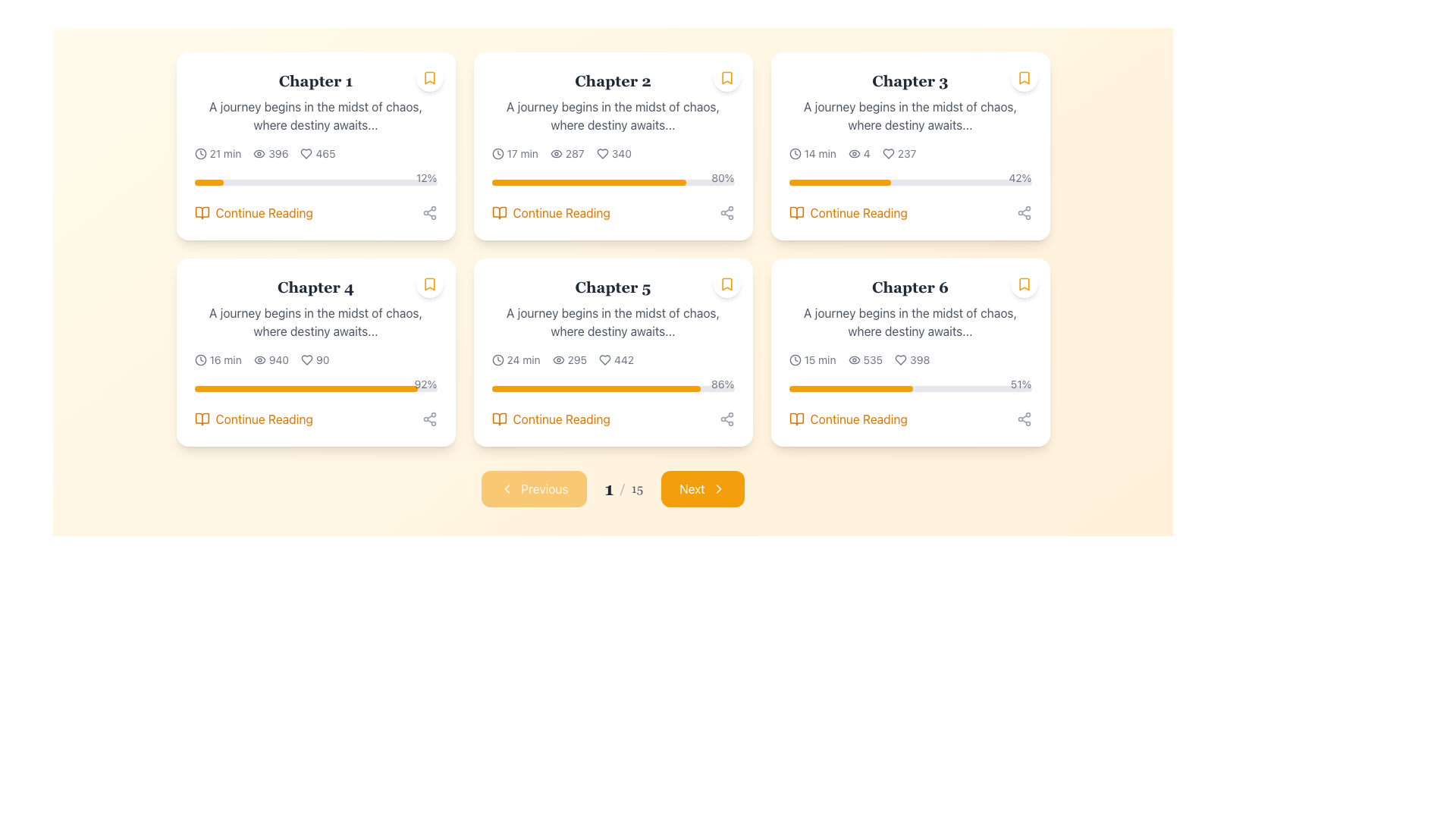  I want to click on the circular UI component that is part of the clock icon located near the top-left corner of the first chapter item in the grid, so click(199, 154).